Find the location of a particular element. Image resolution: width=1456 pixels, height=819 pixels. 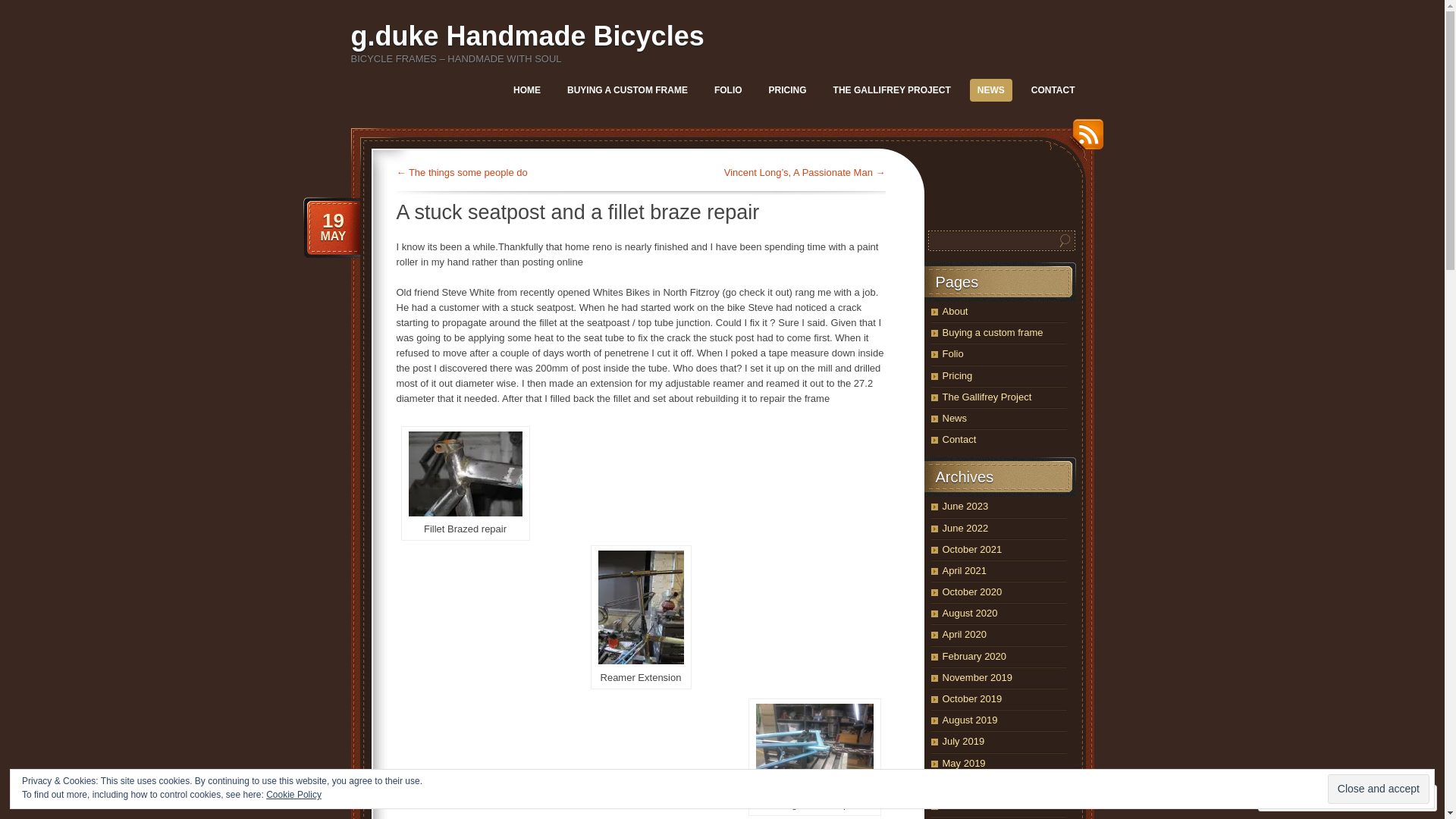

'June 2022' is located at coordinates (964, 526).